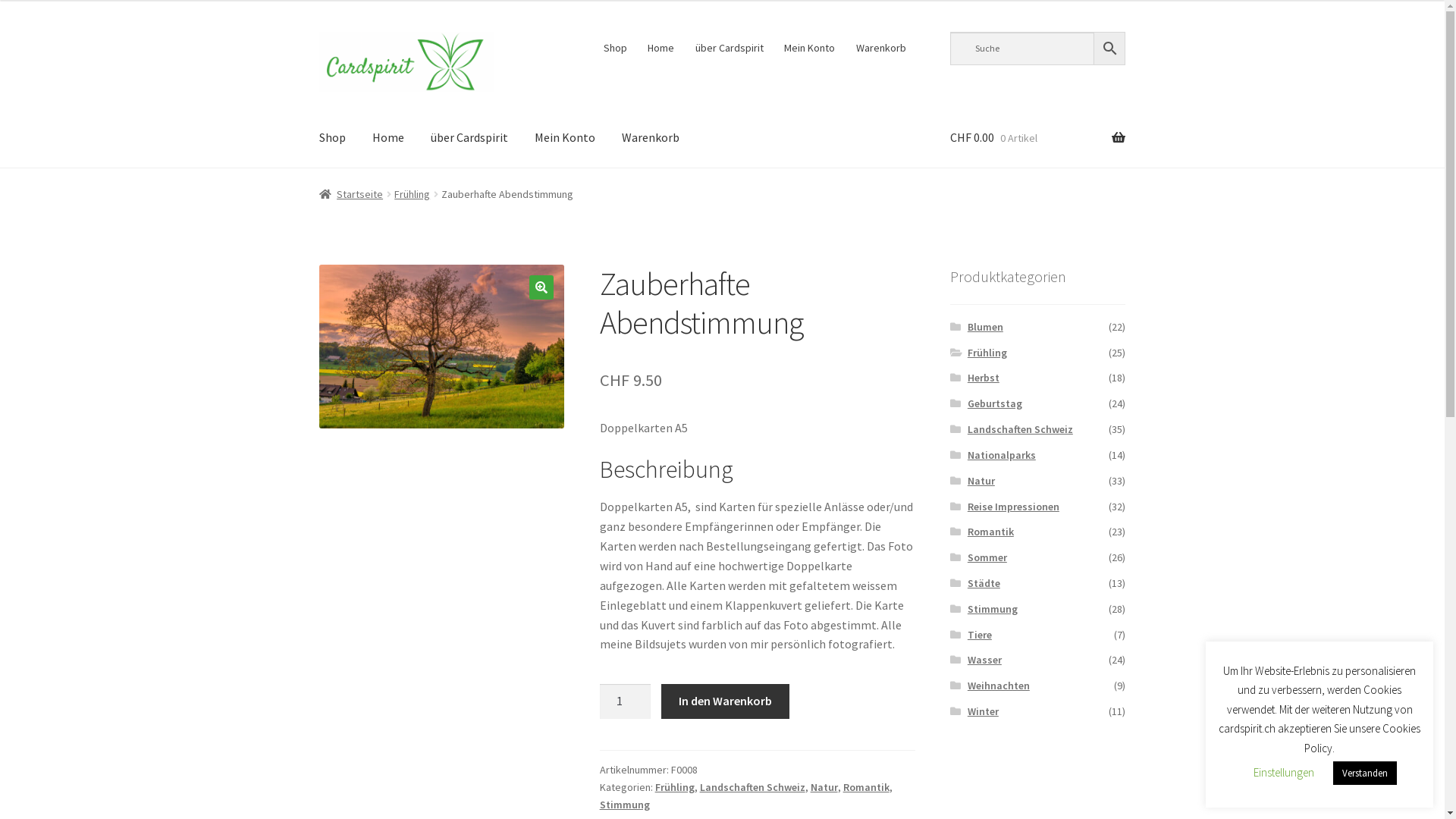  What do you see at coordinates (967, 454) in the screenshot?
I see `'Nationalparks'` at bounding box center [967, 454].